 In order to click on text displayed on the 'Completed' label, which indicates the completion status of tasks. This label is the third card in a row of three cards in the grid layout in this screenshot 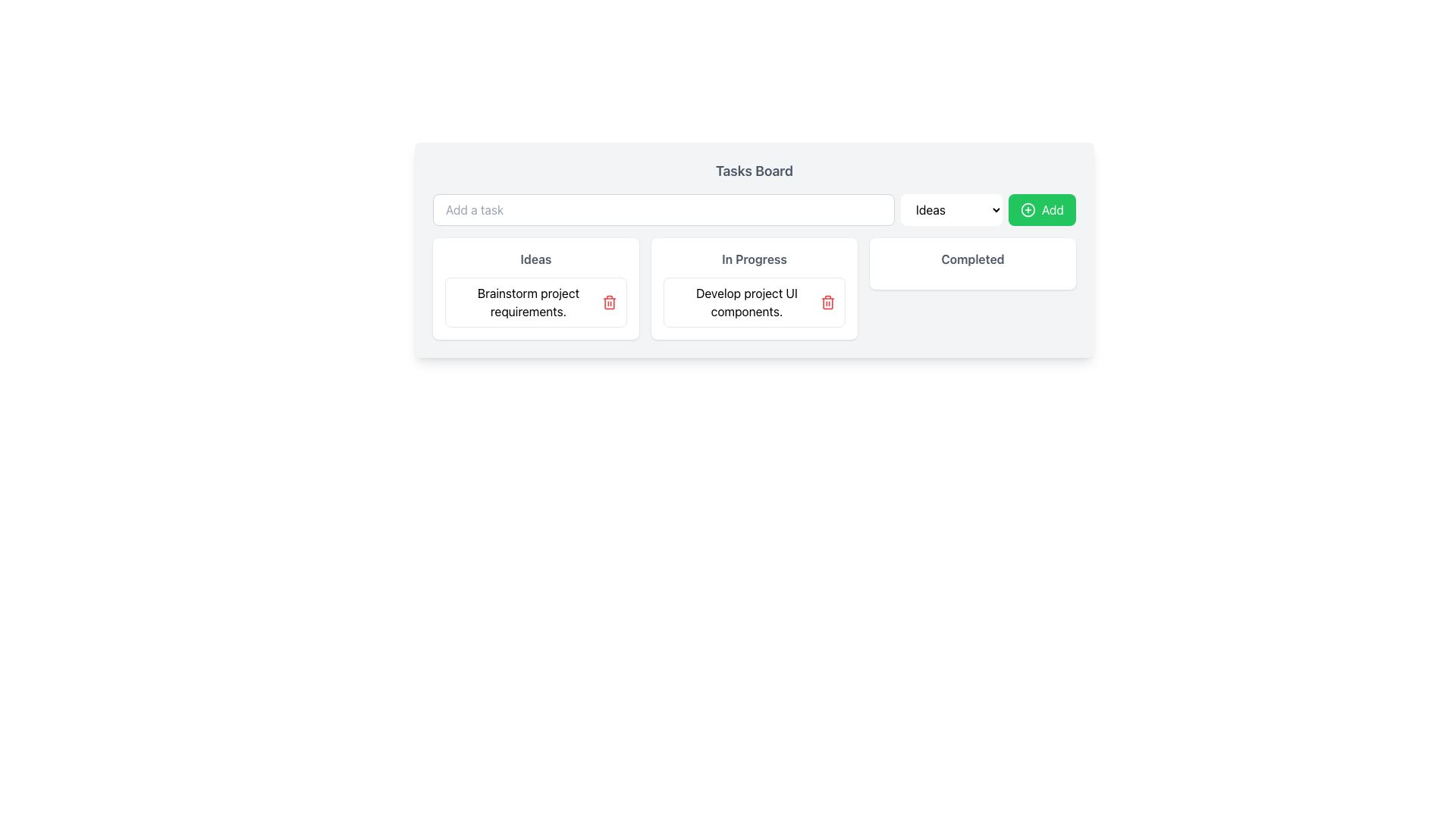, I will do `click(972, 262)`.